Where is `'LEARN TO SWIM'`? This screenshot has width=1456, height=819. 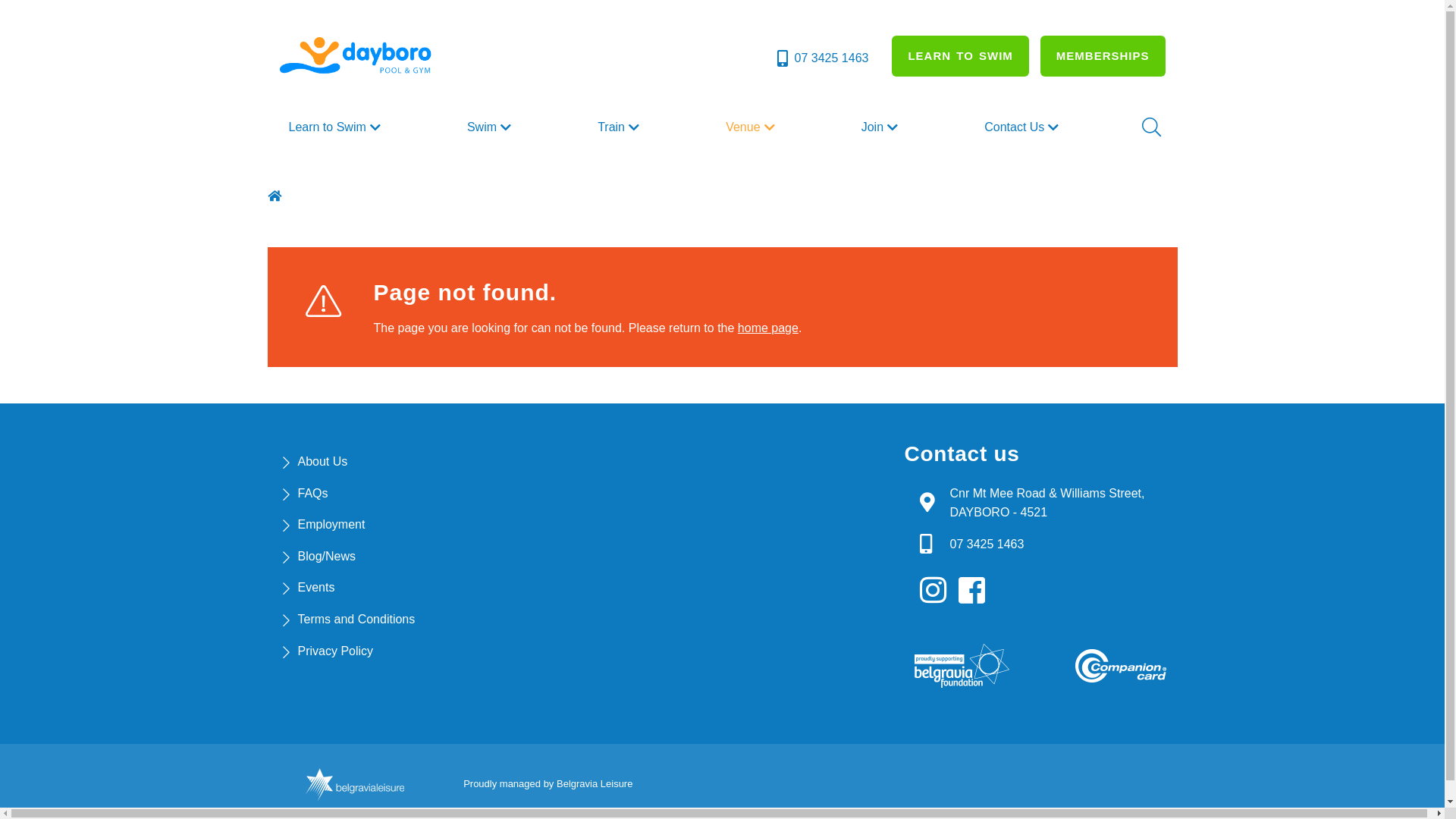 'LEARN TO SWIM' is located at coordinates (959, 55).